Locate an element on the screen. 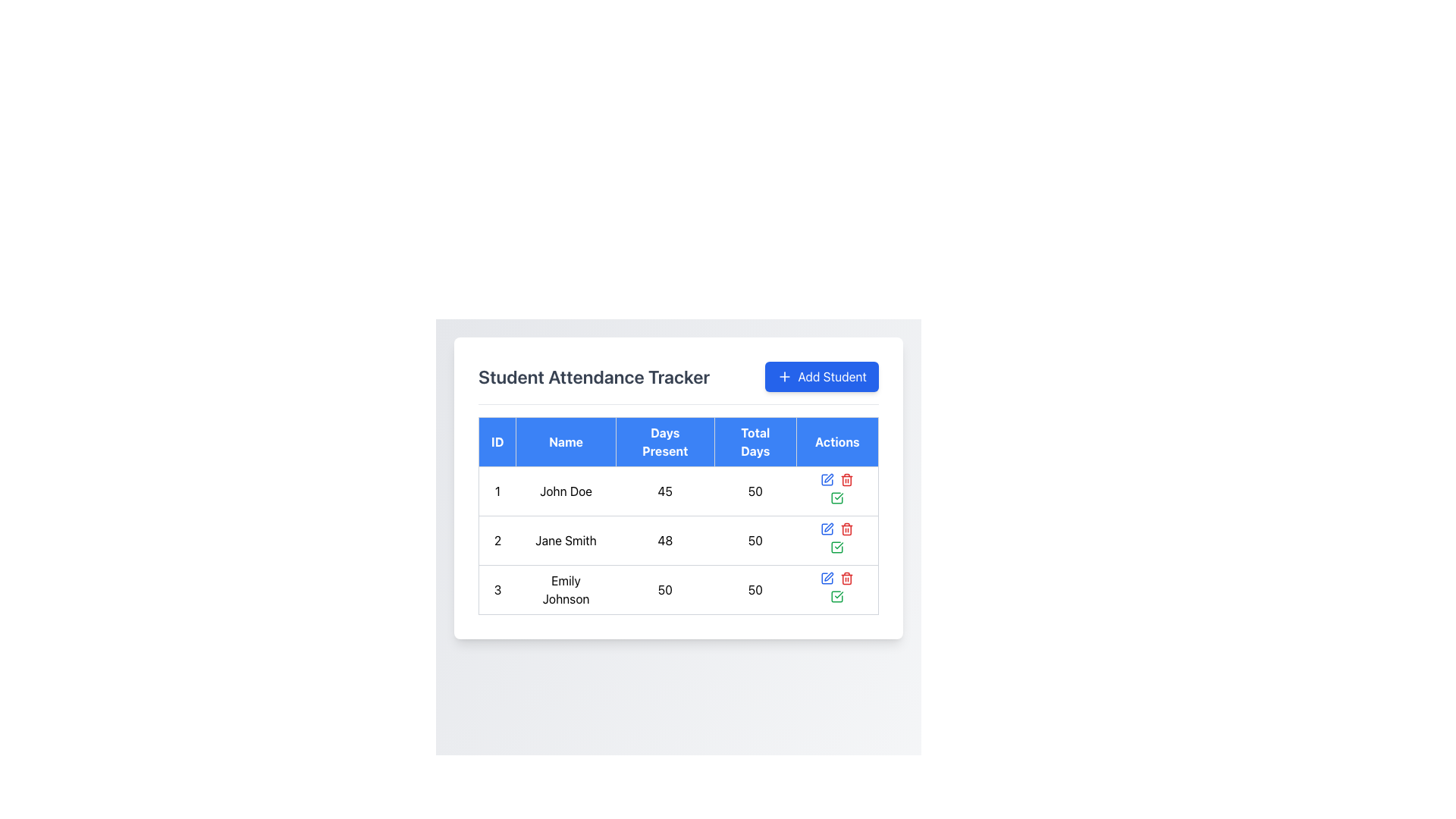 The image size is (1456, 819). the plus sign icon located within the blue 'Add Student' button, which is intended is located at coordinates (784, 376).